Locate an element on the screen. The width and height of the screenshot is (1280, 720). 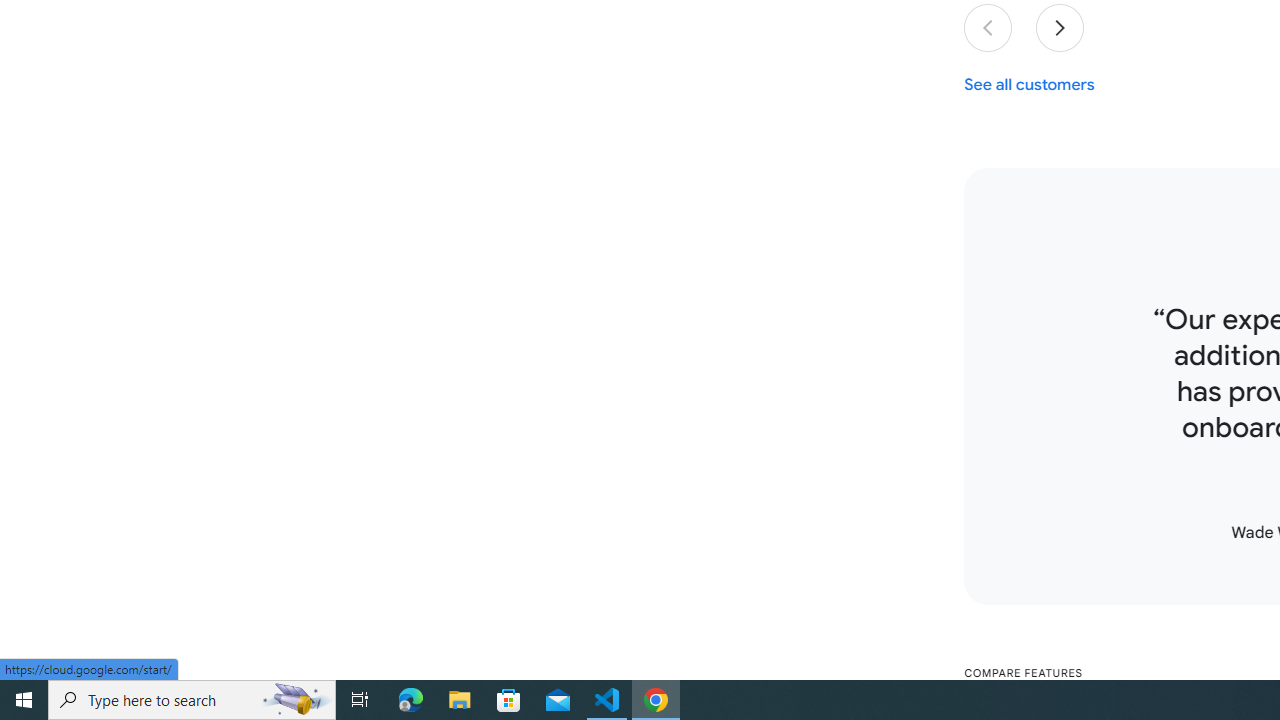
'Next slide' is located at coordinates (1059, 28).